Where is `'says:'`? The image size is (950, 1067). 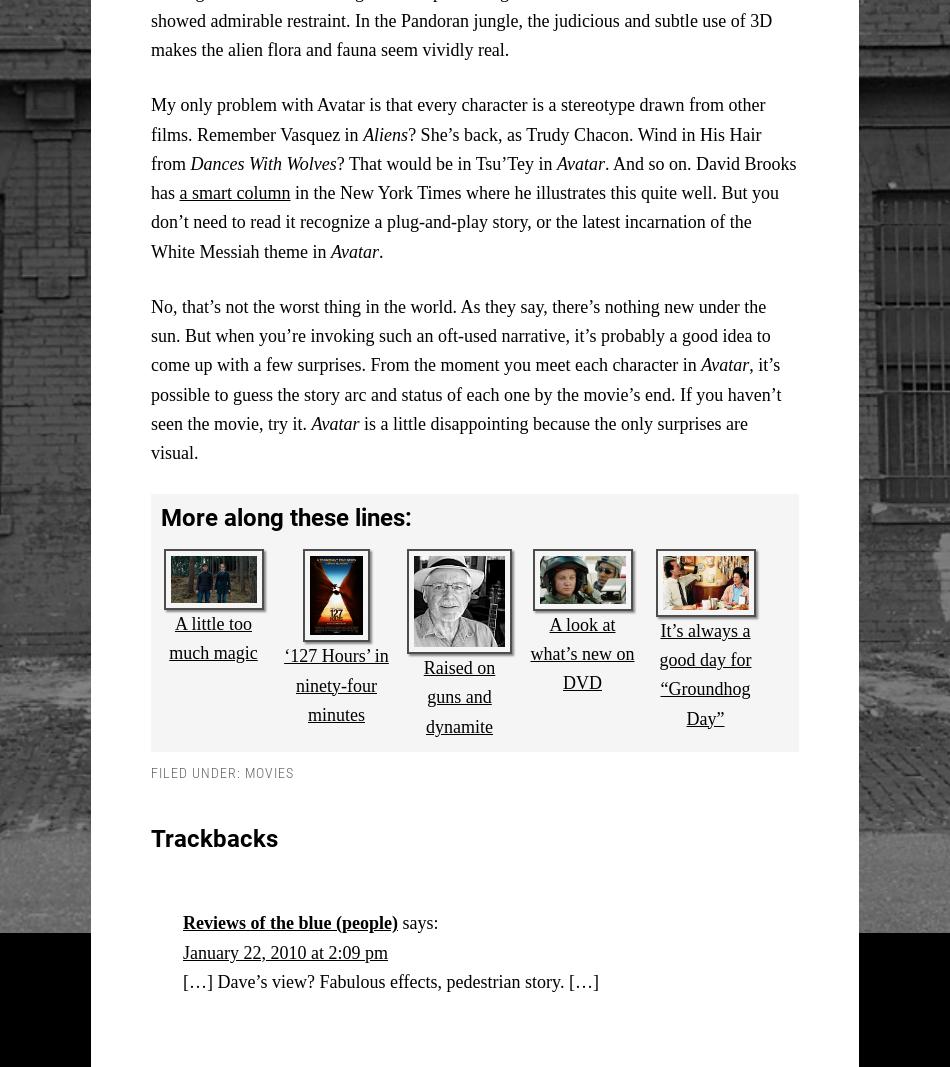
'says:' is located at coordinates (418, 922).